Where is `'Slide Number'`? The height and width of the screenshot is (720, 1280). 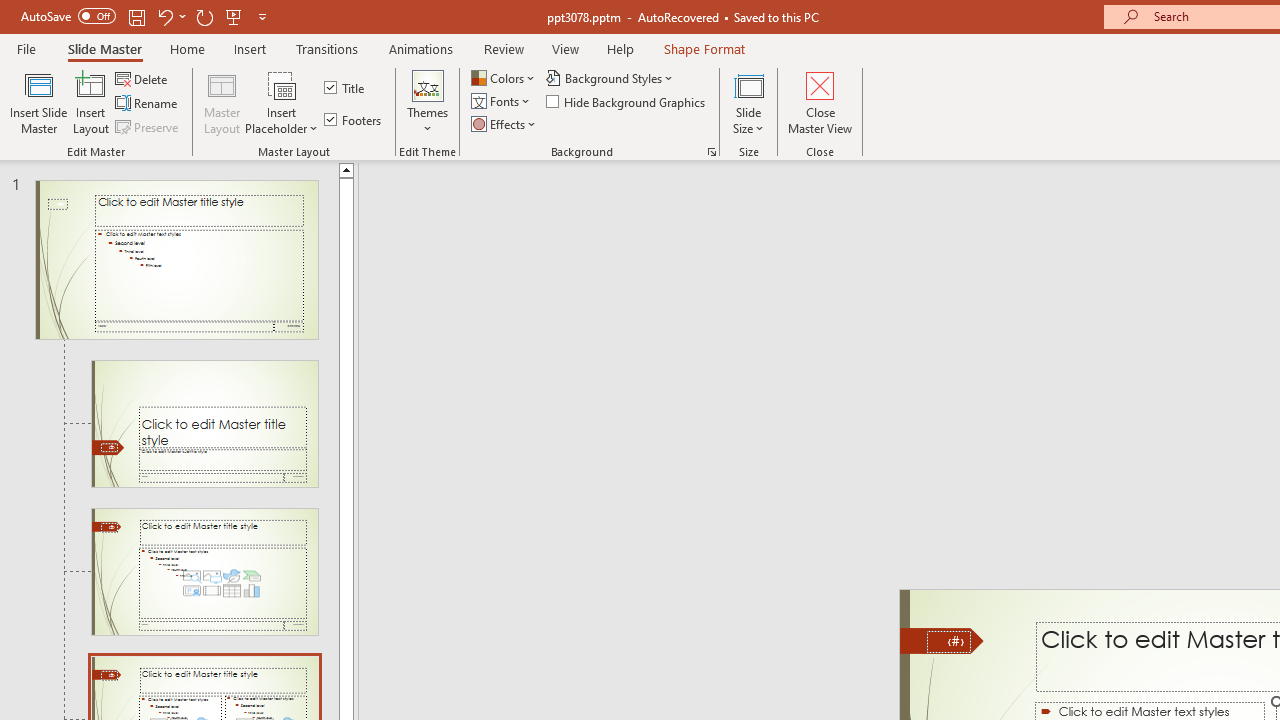
'Slide Number' is located at coordinates (948, 641).